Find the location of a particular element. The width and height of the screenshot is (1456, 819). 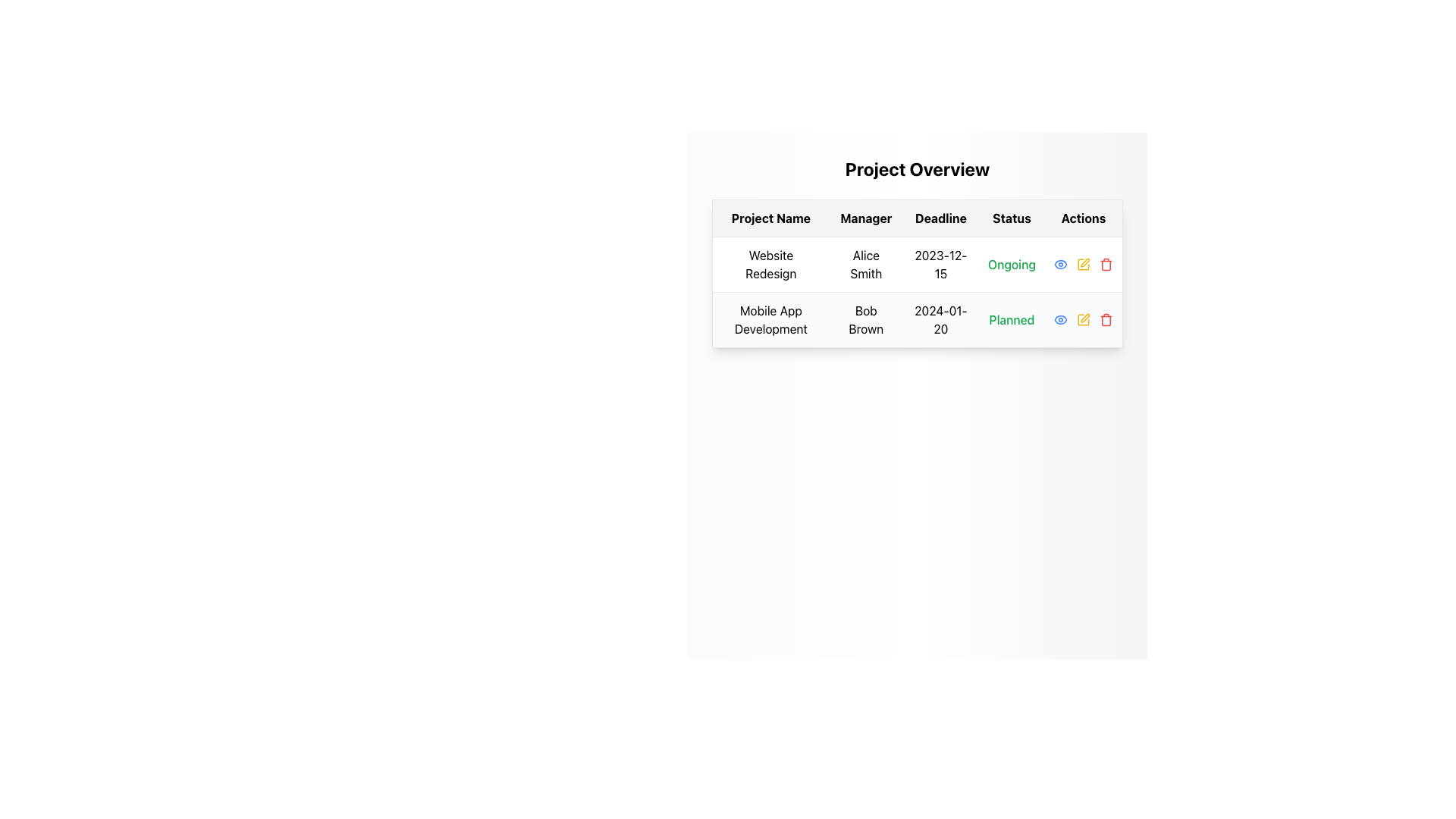

the first row of the table under the 'Project Overview' heading, which contains details about the project 'Website Redesign' is located at coordinates (916, 263).